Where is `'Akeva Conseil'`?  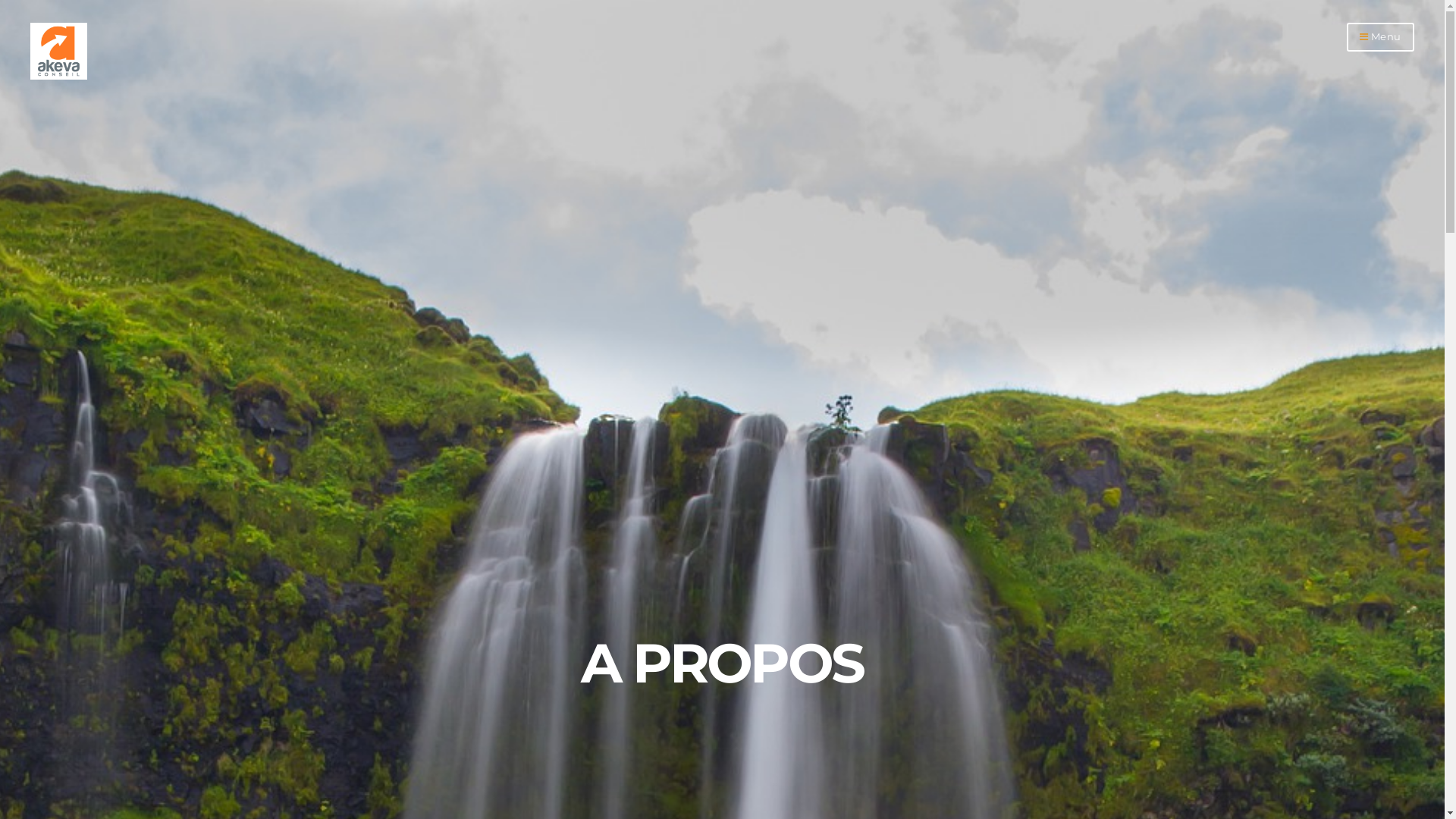
'Akeva Conseil' is located at coordinates (58, 76).